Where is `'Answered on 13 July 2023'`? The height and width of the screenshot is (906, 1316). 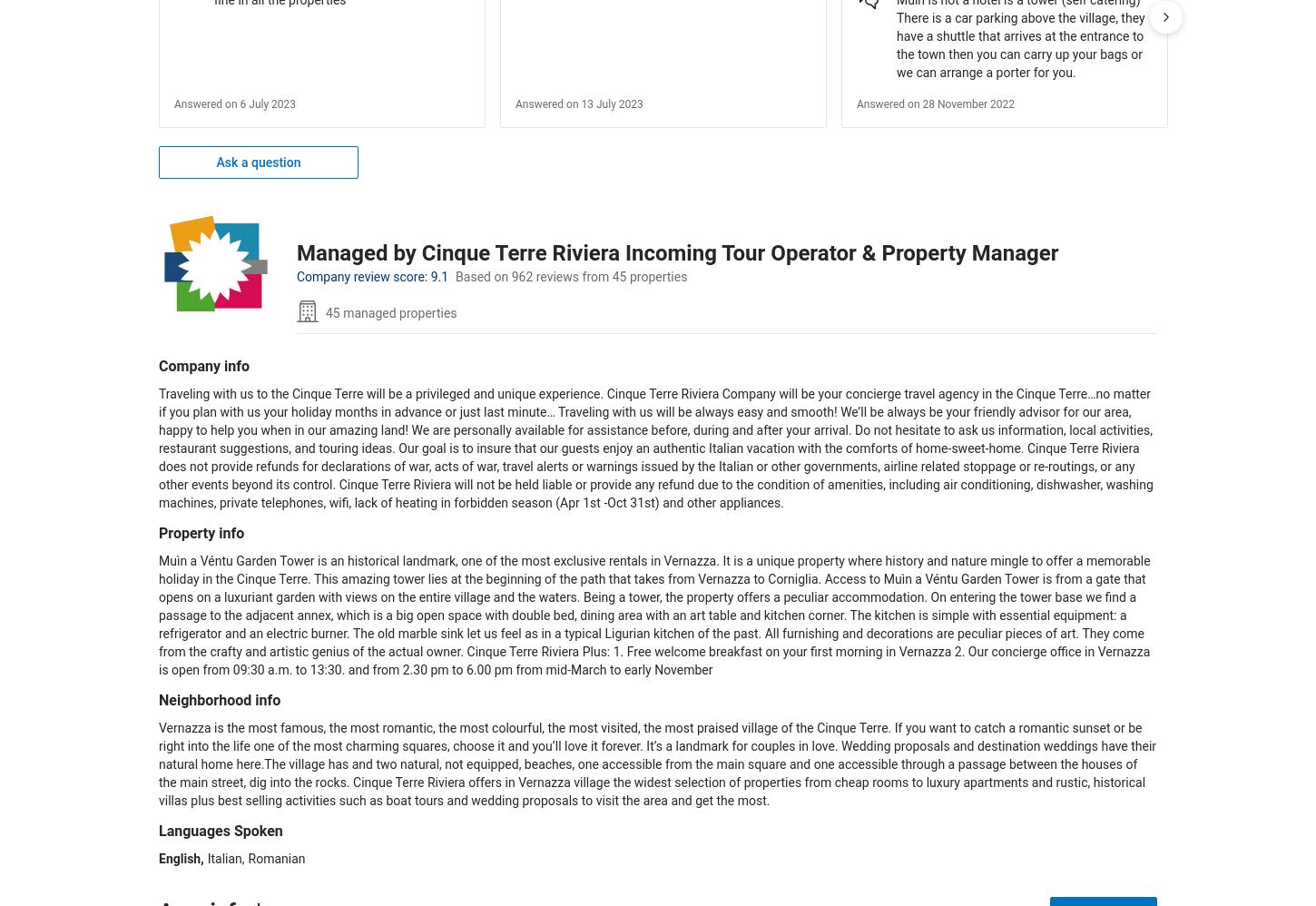
'Answered on 13 July 2023' is located at coordinates (577, 103).